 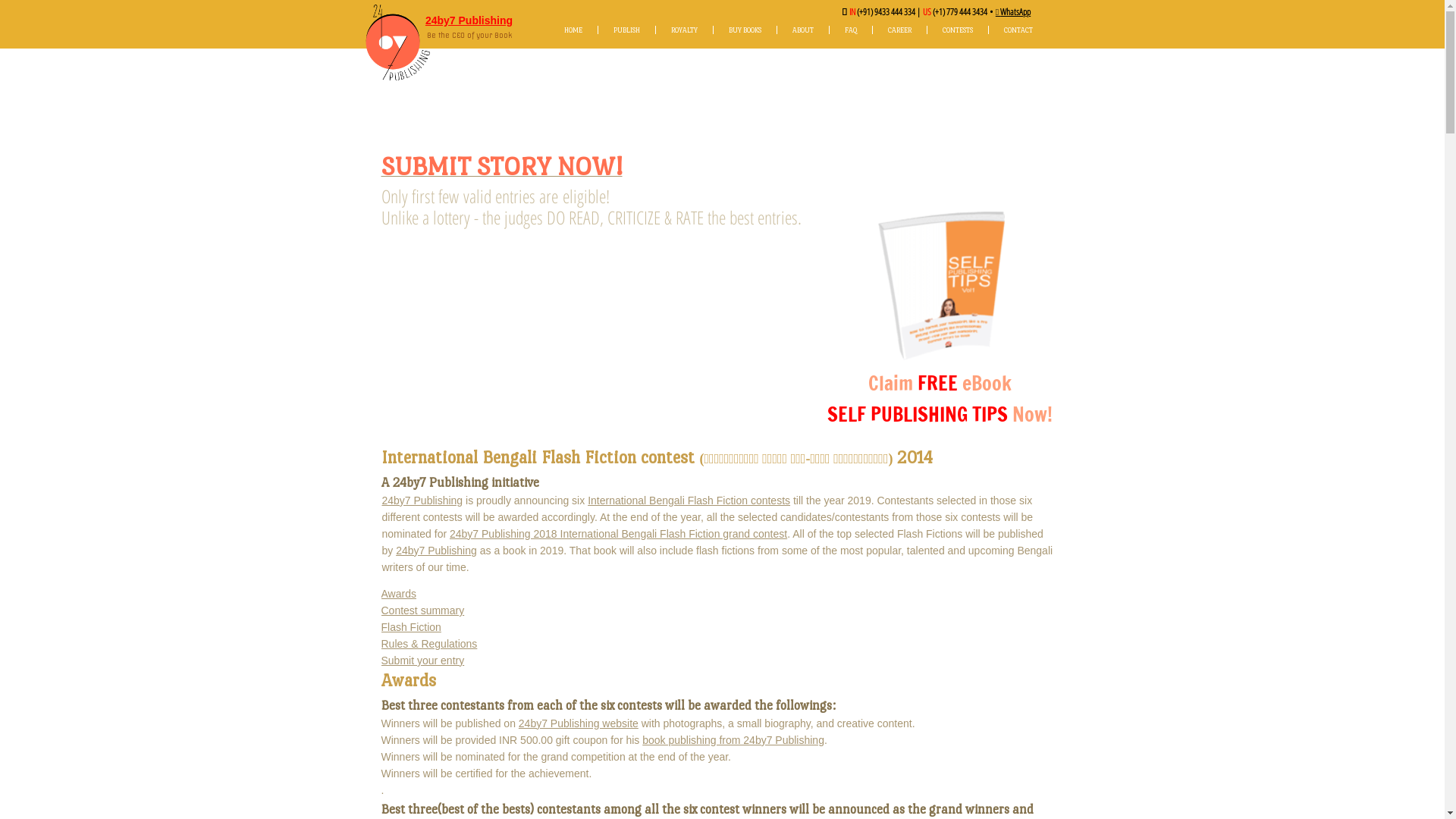 What do you see at coordinates (422, 660) in the screenshot?
I see `'Submit your entry'` at bounding box center [422, 660].